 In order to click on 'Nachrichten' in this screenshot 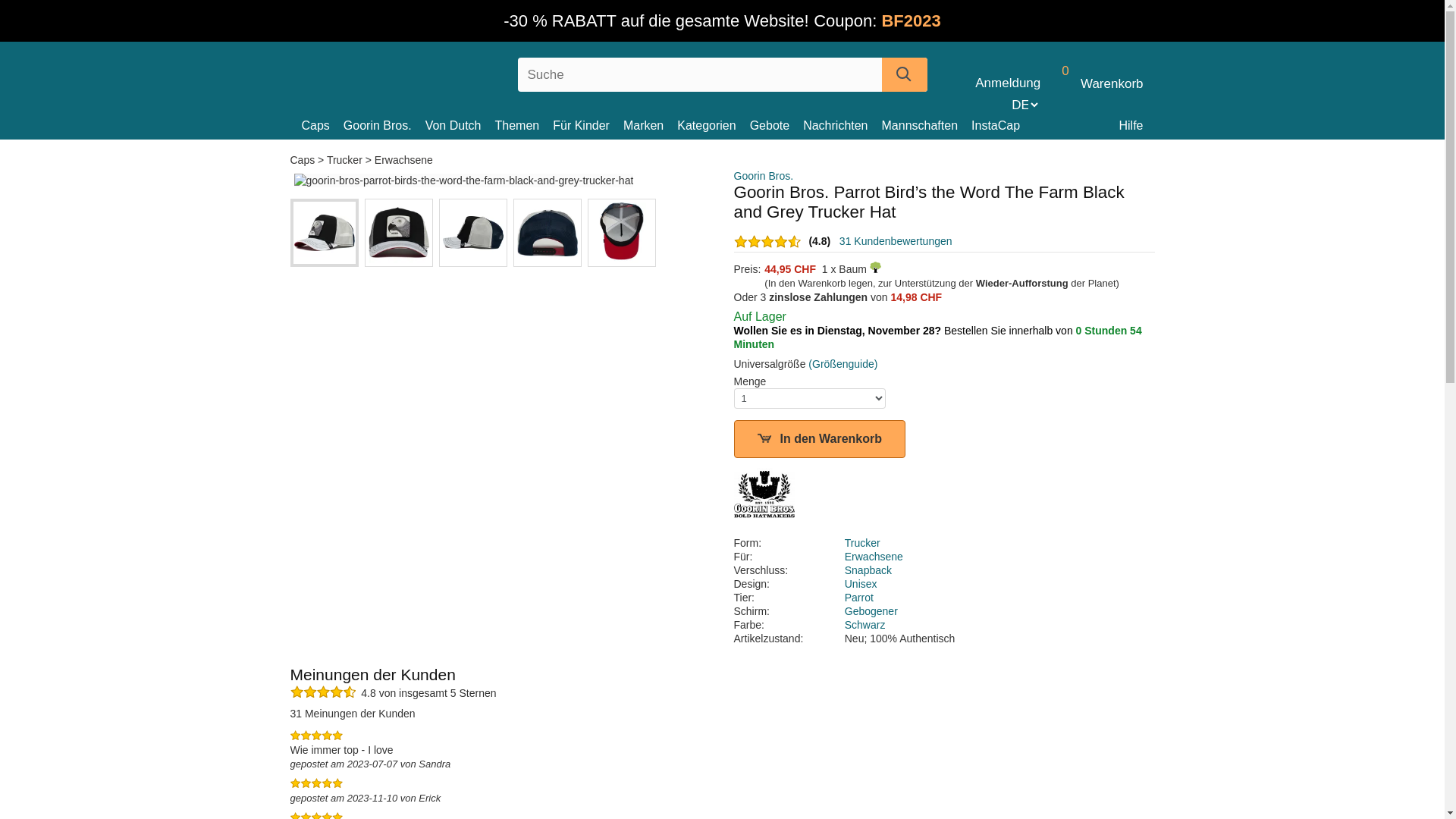, I will do `click(841, 124)`.